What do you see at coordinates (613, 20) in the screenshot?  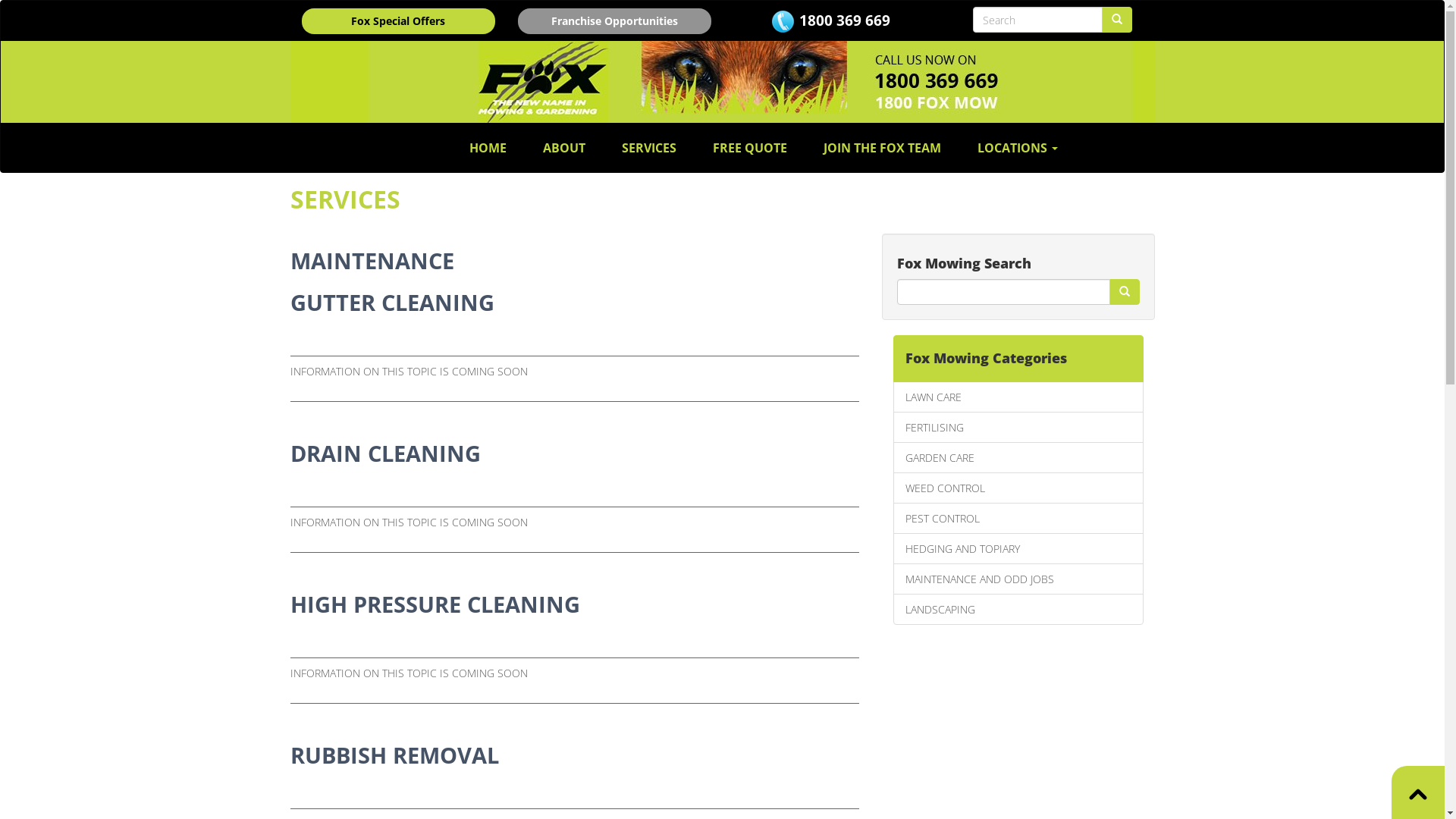 I see `'Franchise Opportunities'` at bounding box center [613, 20].